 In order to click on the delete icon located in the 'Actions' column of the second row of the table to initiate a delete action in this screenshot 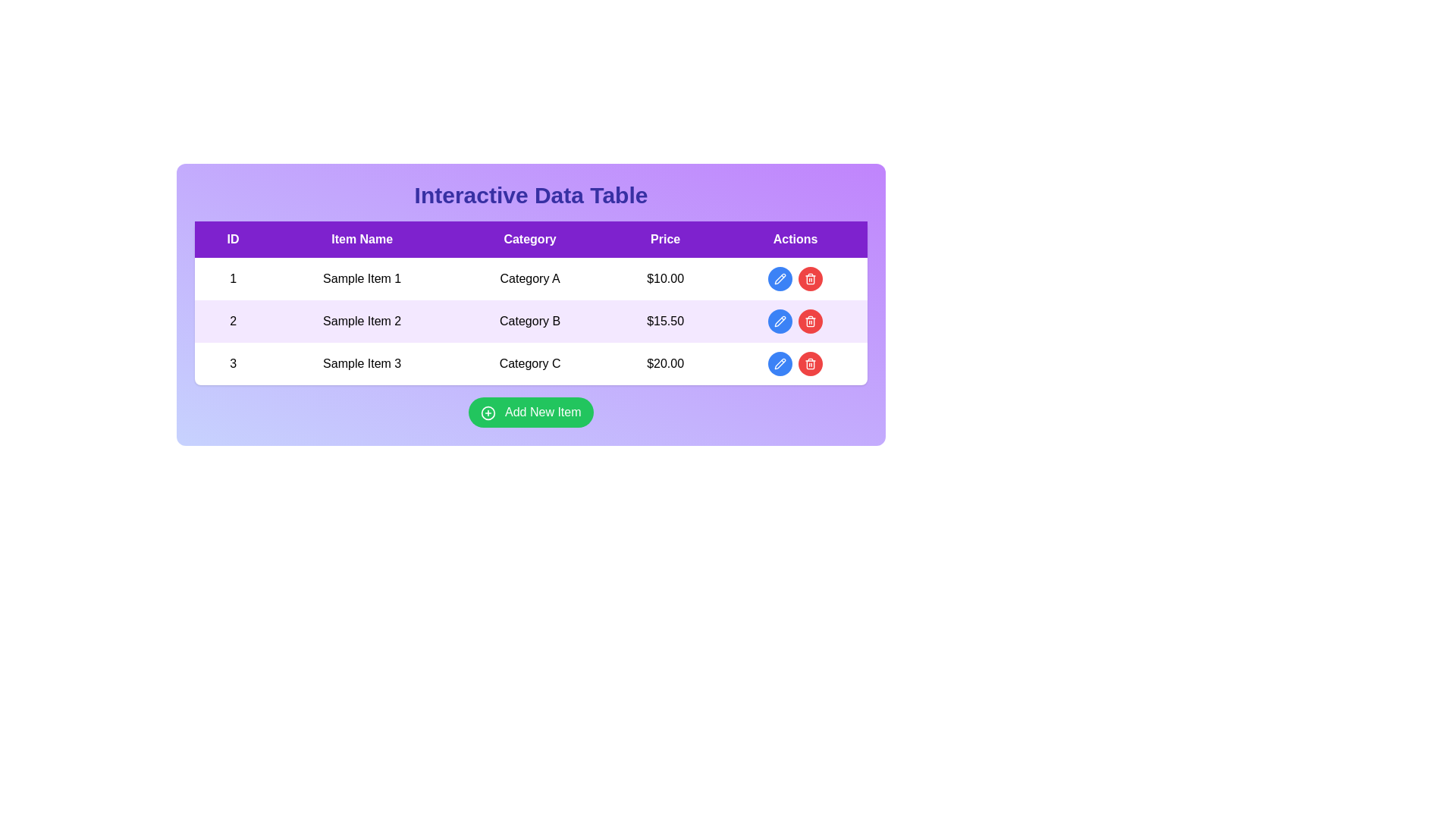, I will do `click(810, 321)`.